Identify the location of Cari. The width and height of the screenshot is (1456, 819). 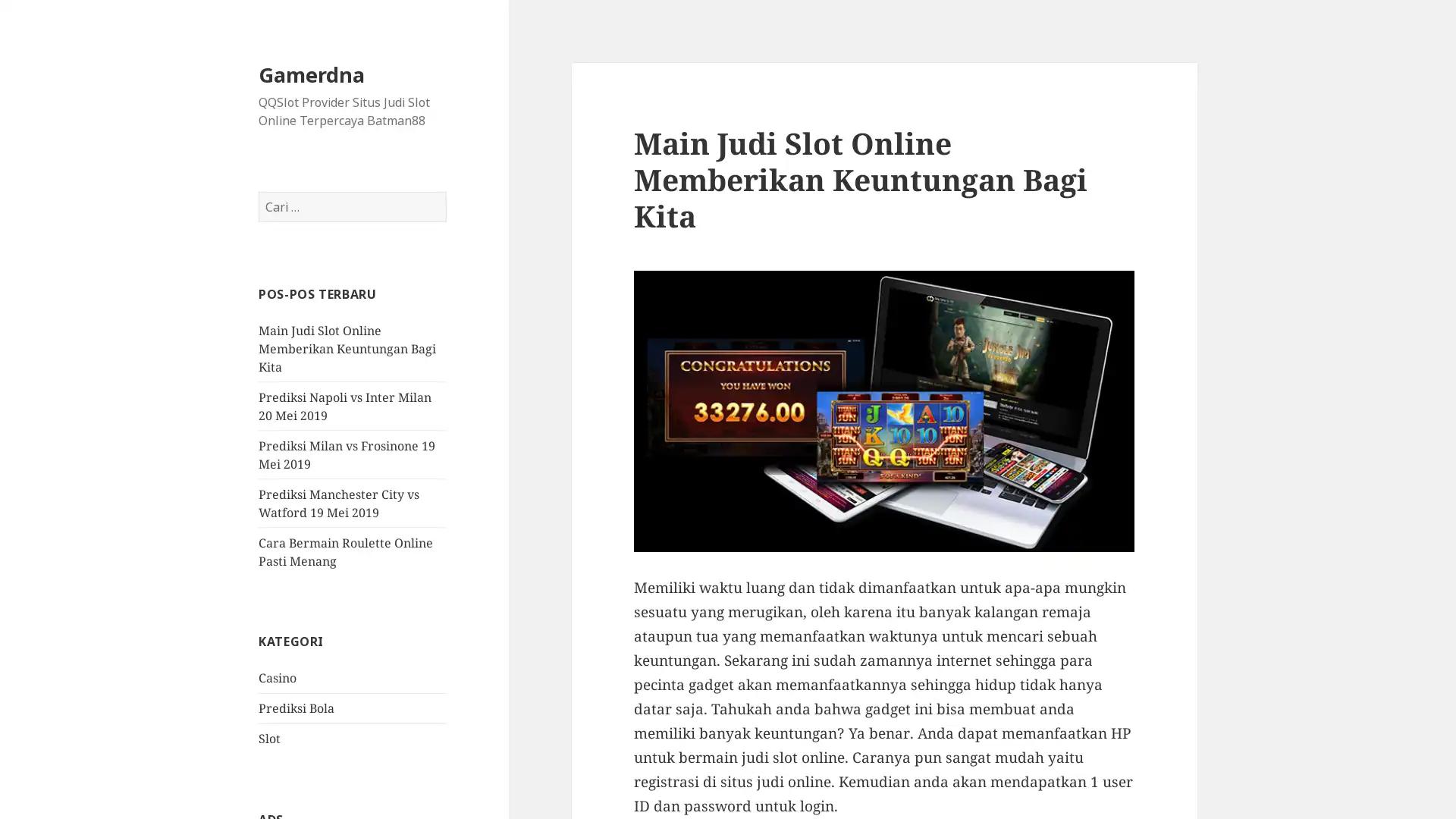
(445, 191).